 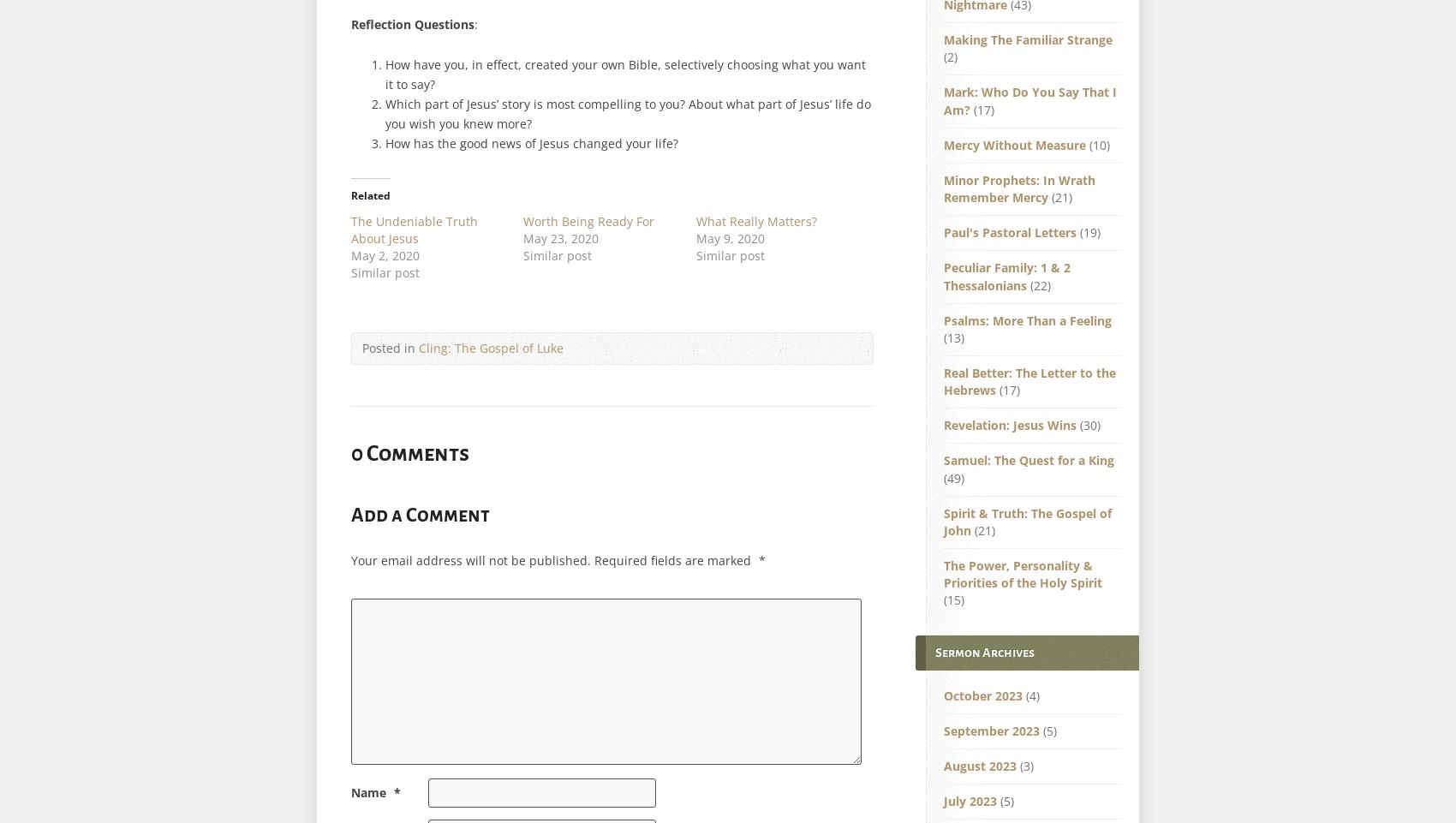 I want to click on 'How have you, in effect, created your own Bible, selectively choosing what you want it to say?', so click(x=625, y=74).